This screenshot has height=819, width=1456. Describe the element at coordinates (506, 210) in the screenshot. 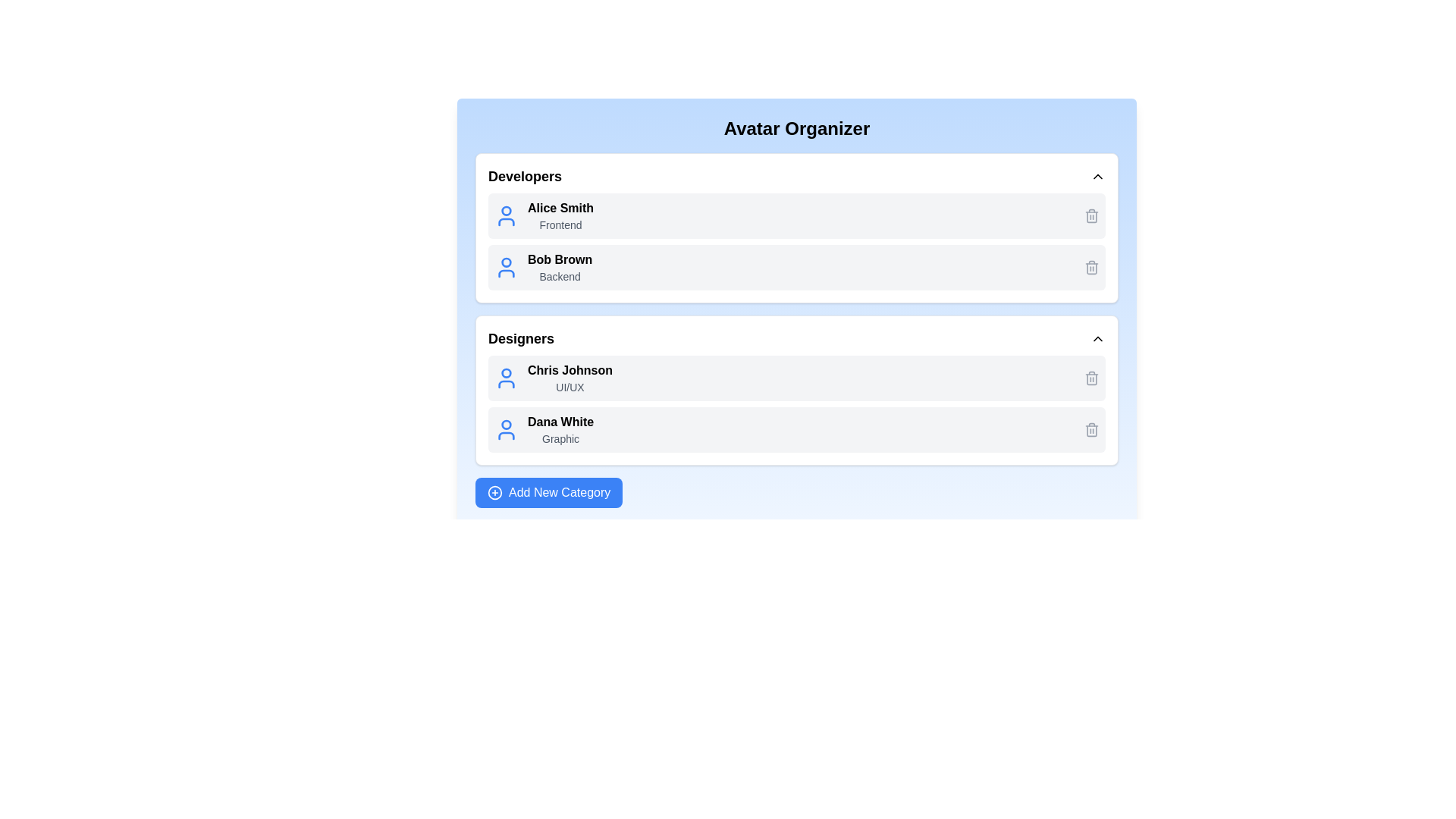

I see `the circular SVG element representing the head of the user avatar icon for Alice Smith in the Developers section` at that location.